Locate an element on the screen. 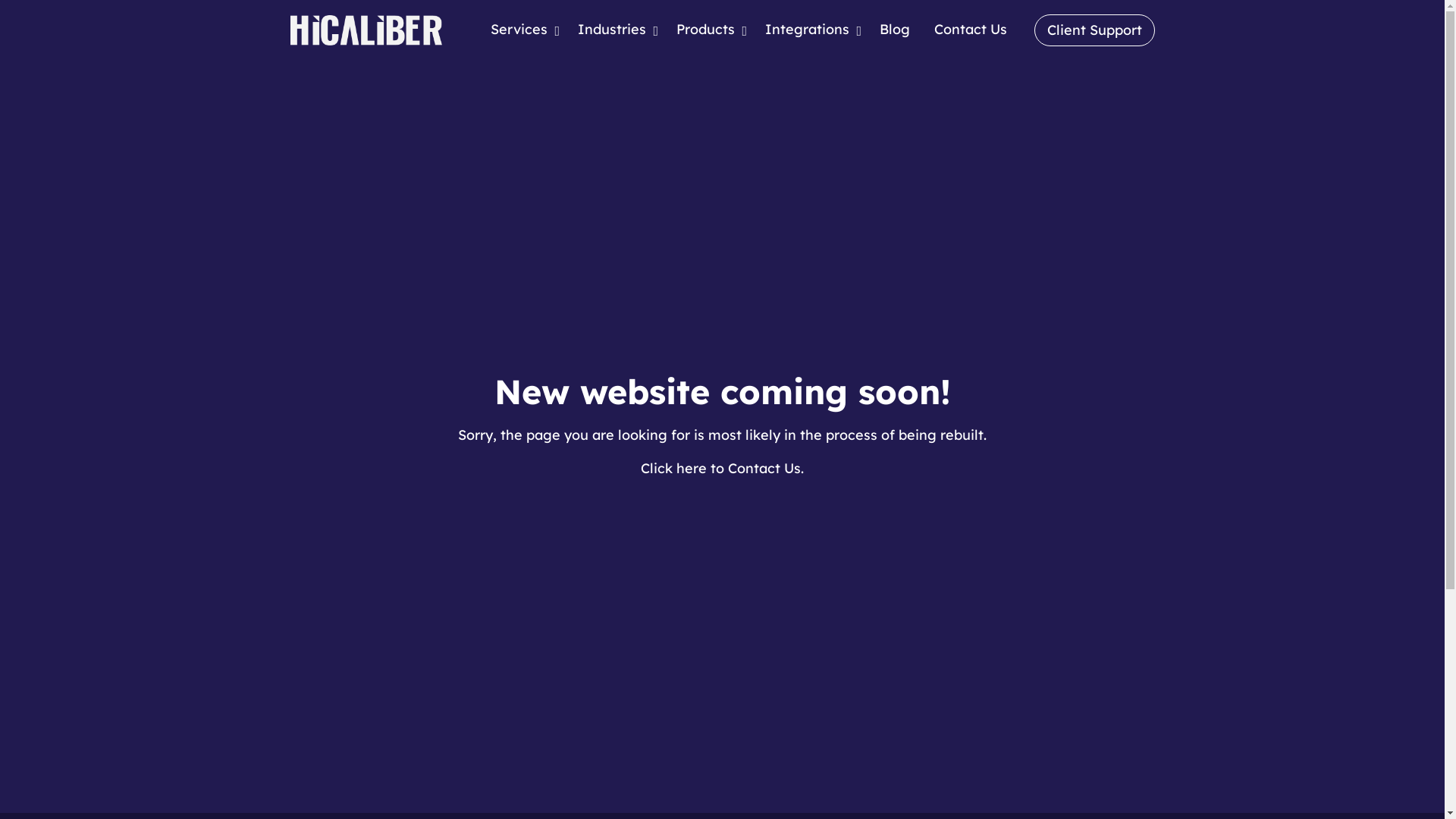 The image size is (1456, 819). 'Client Support' is located at coordinates (1094, 30).